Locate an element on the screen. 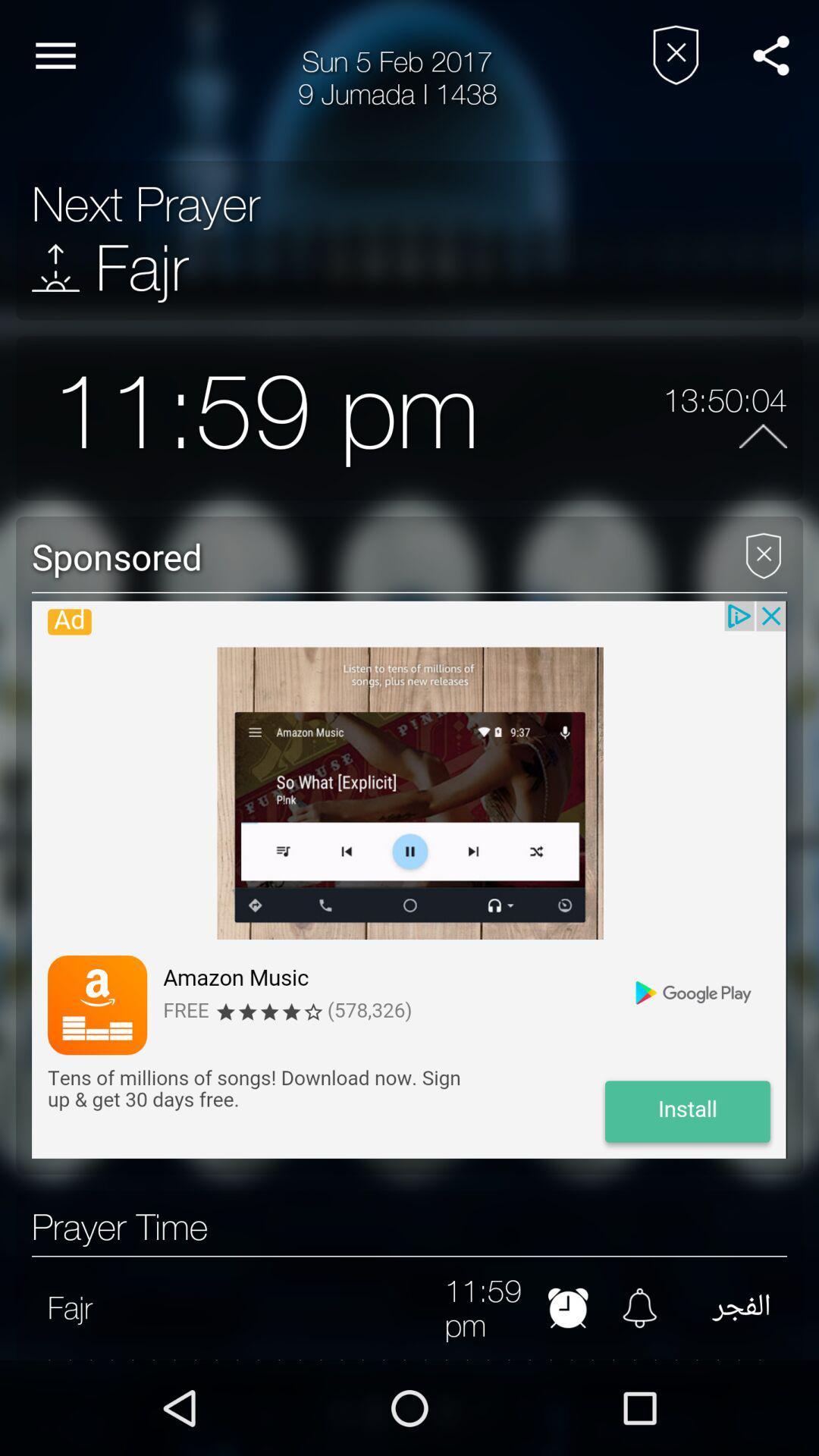 This screenshot has width=819, height=1456. icon above prayer time item is located at coordinates (408, 880).